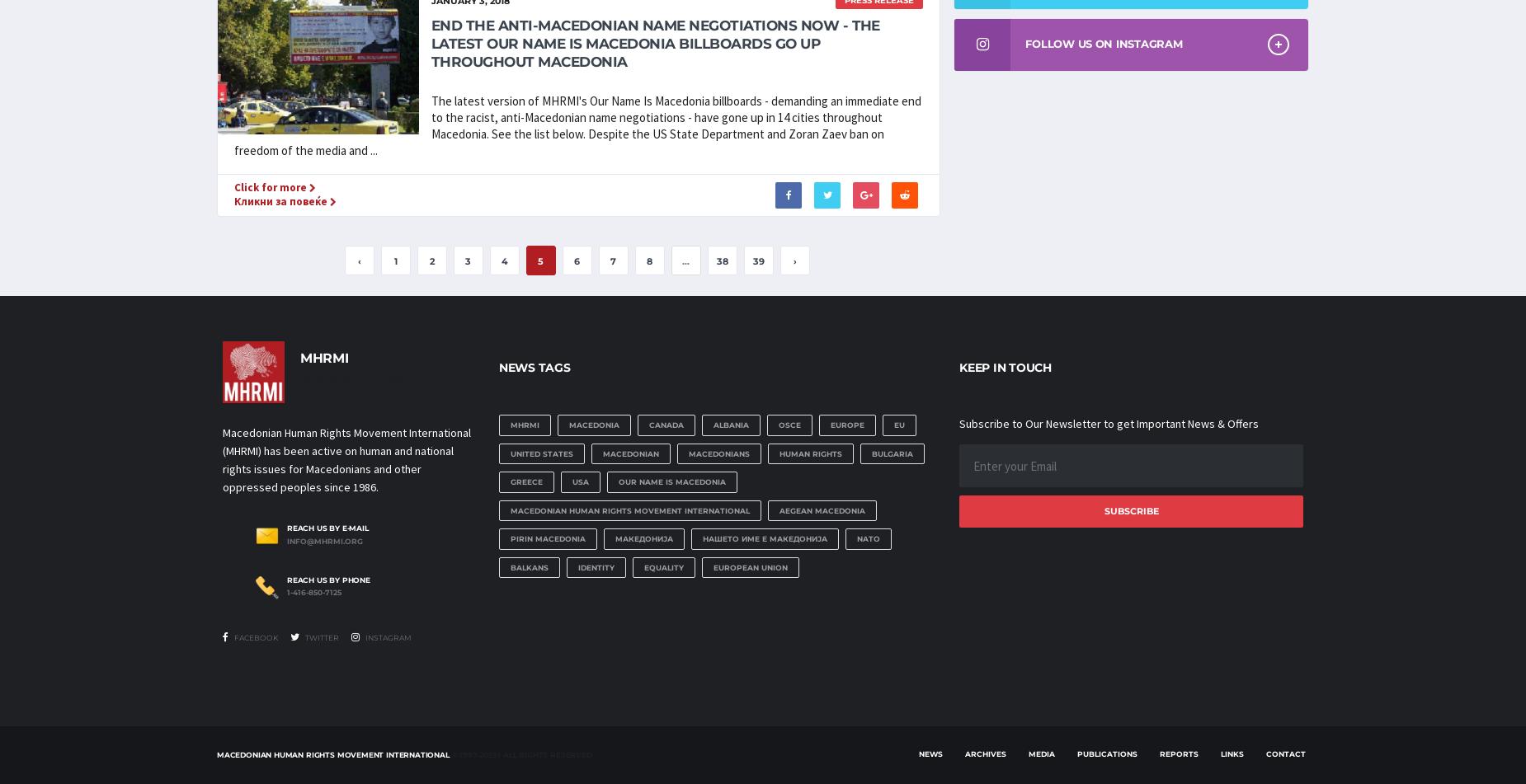 This screenshot has width=1526, height=784. I want to click on 'Links', so click(1231, 752).